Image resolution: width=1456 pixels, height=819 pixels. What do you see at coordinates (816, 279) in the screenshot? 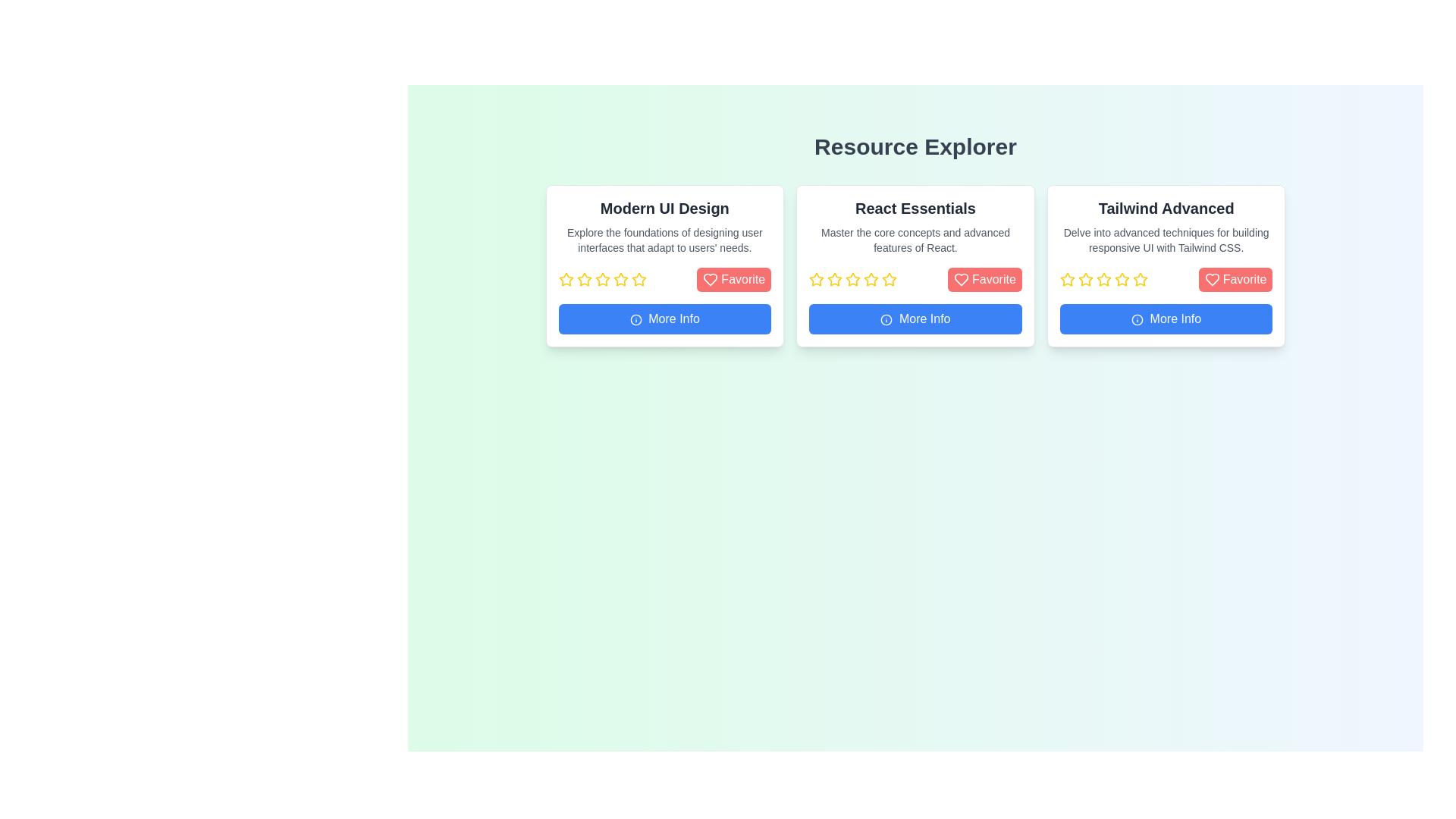
I see `the second star icon with a yellow border in the 'React Essentials' section` at bounding box center [816, 279].